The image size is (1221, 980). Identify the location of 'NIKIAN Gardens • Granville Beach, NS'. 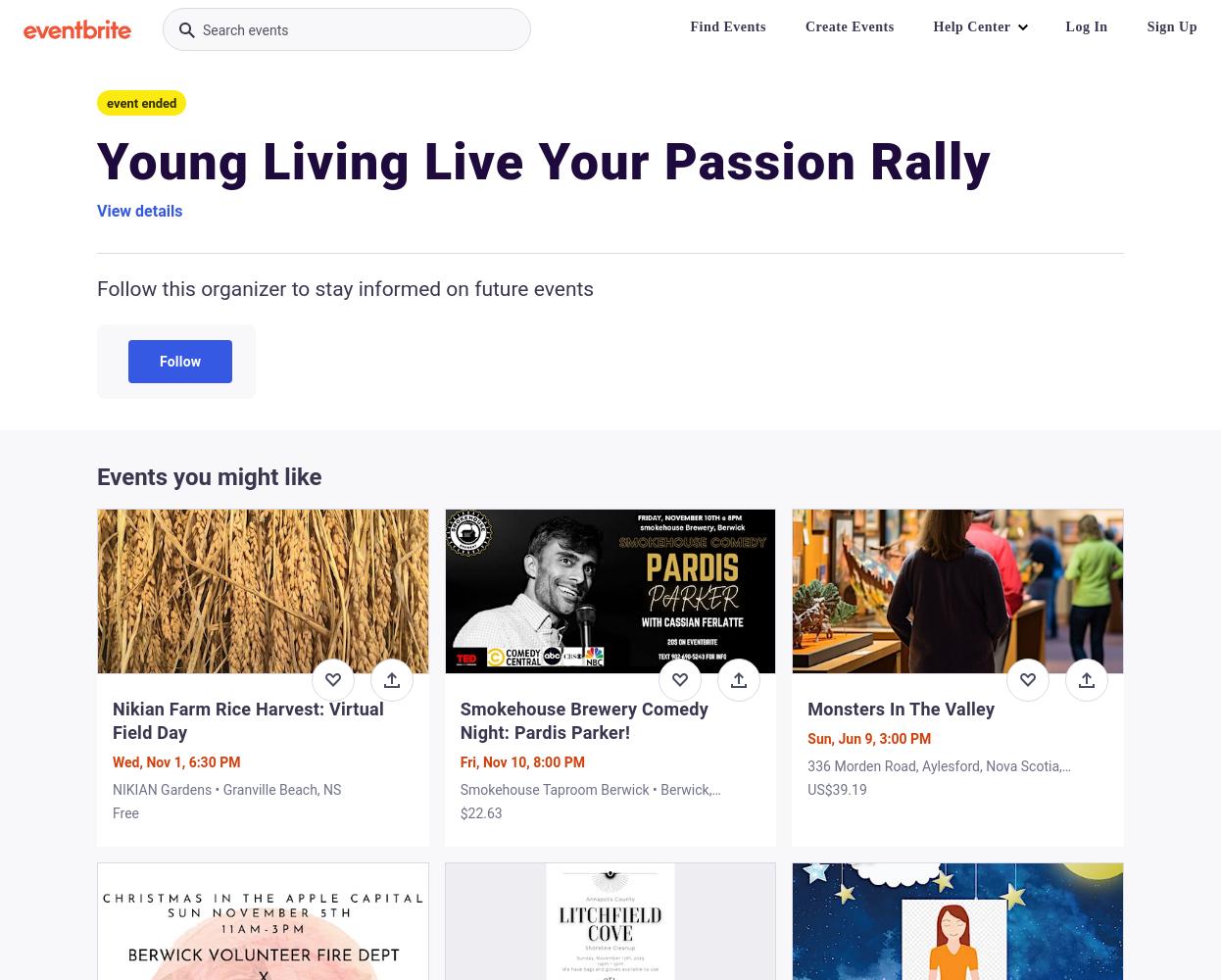
(226, 790).